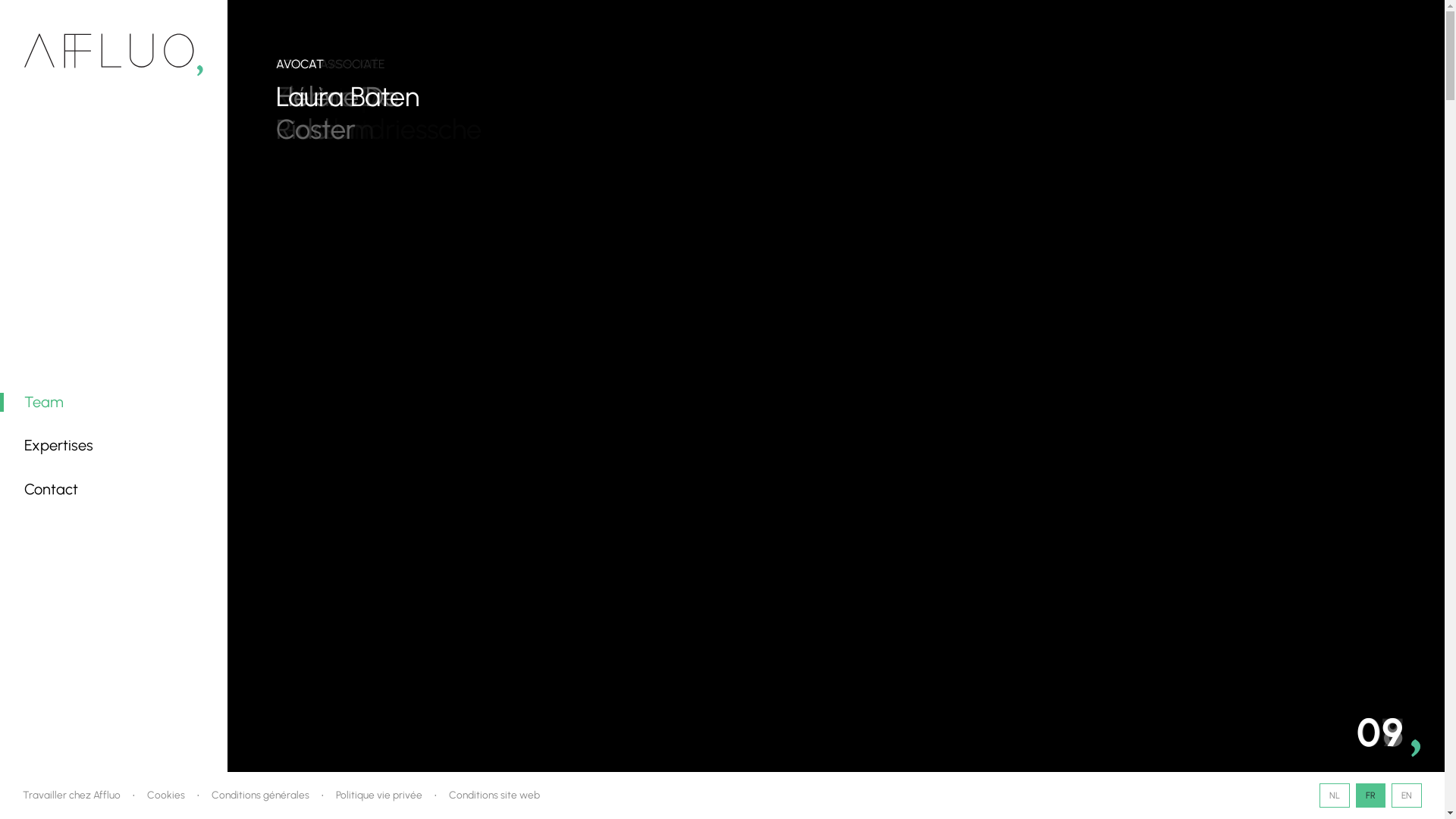 The image size is (1456, 819). I want to click on 'Expertises', so click(58, 444).